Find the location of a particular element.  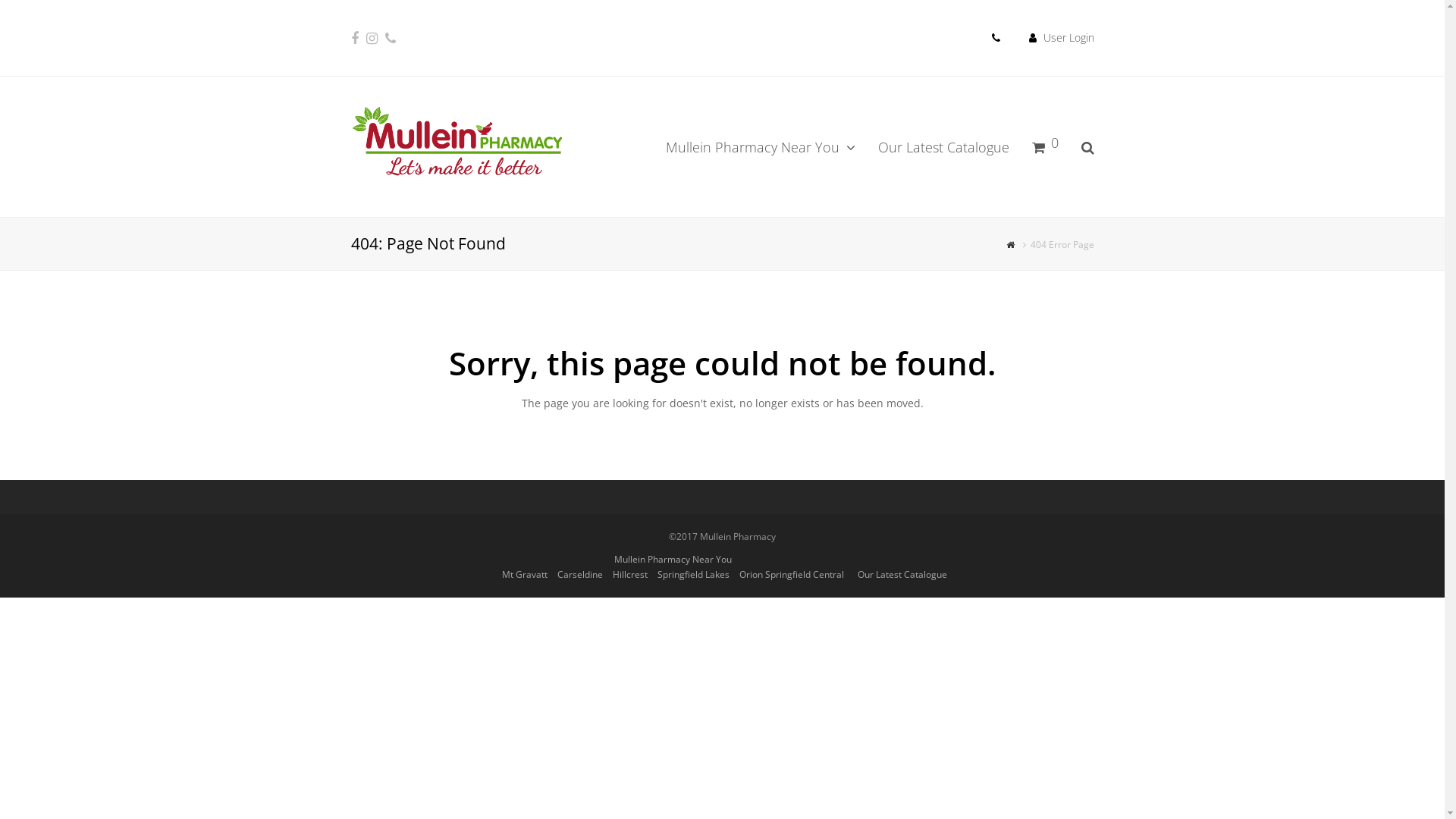

'User Login' is located at coordinates (1043, 36).